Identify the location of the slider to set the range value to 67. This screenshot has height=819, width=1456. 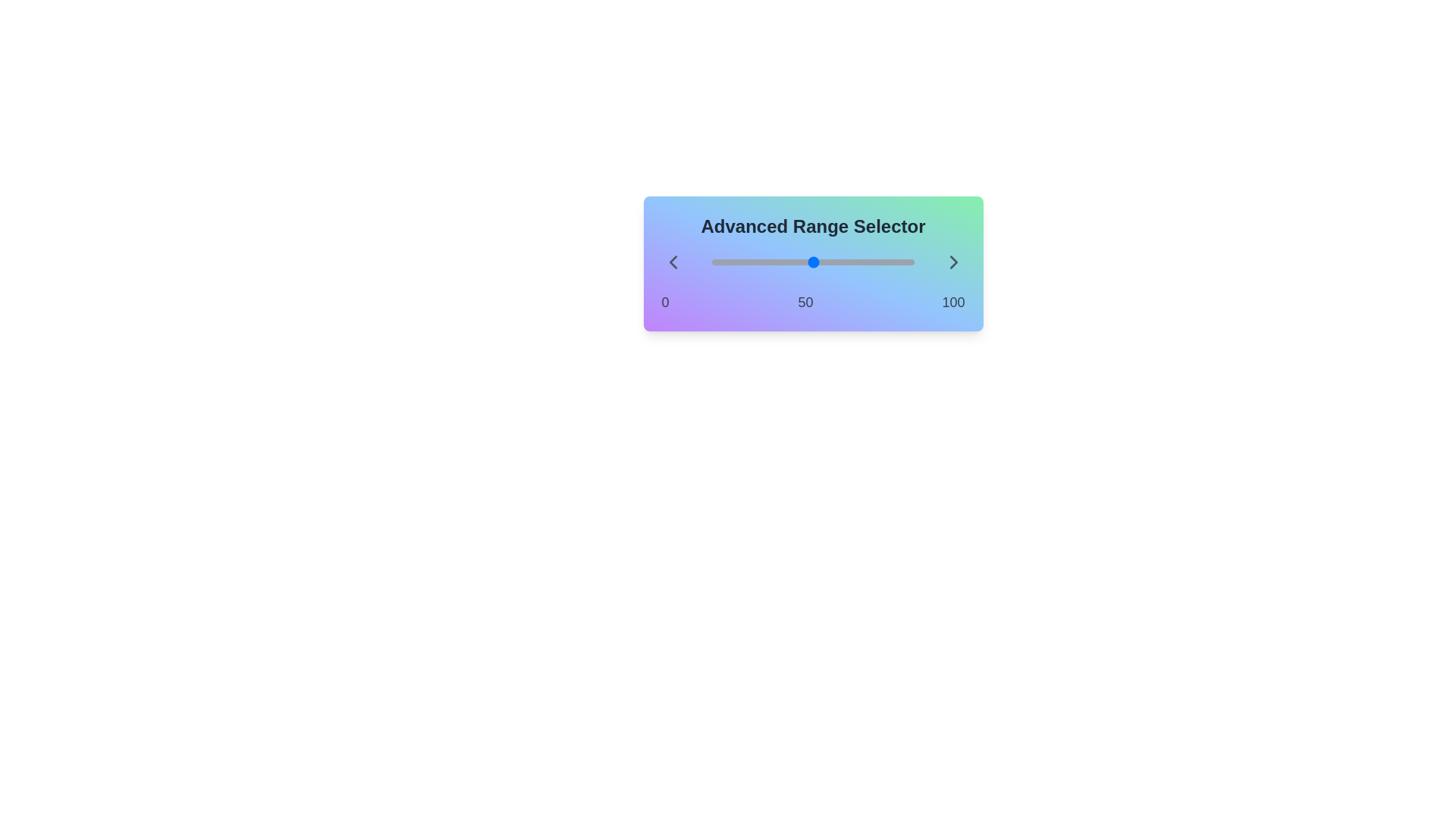
(711, 262).